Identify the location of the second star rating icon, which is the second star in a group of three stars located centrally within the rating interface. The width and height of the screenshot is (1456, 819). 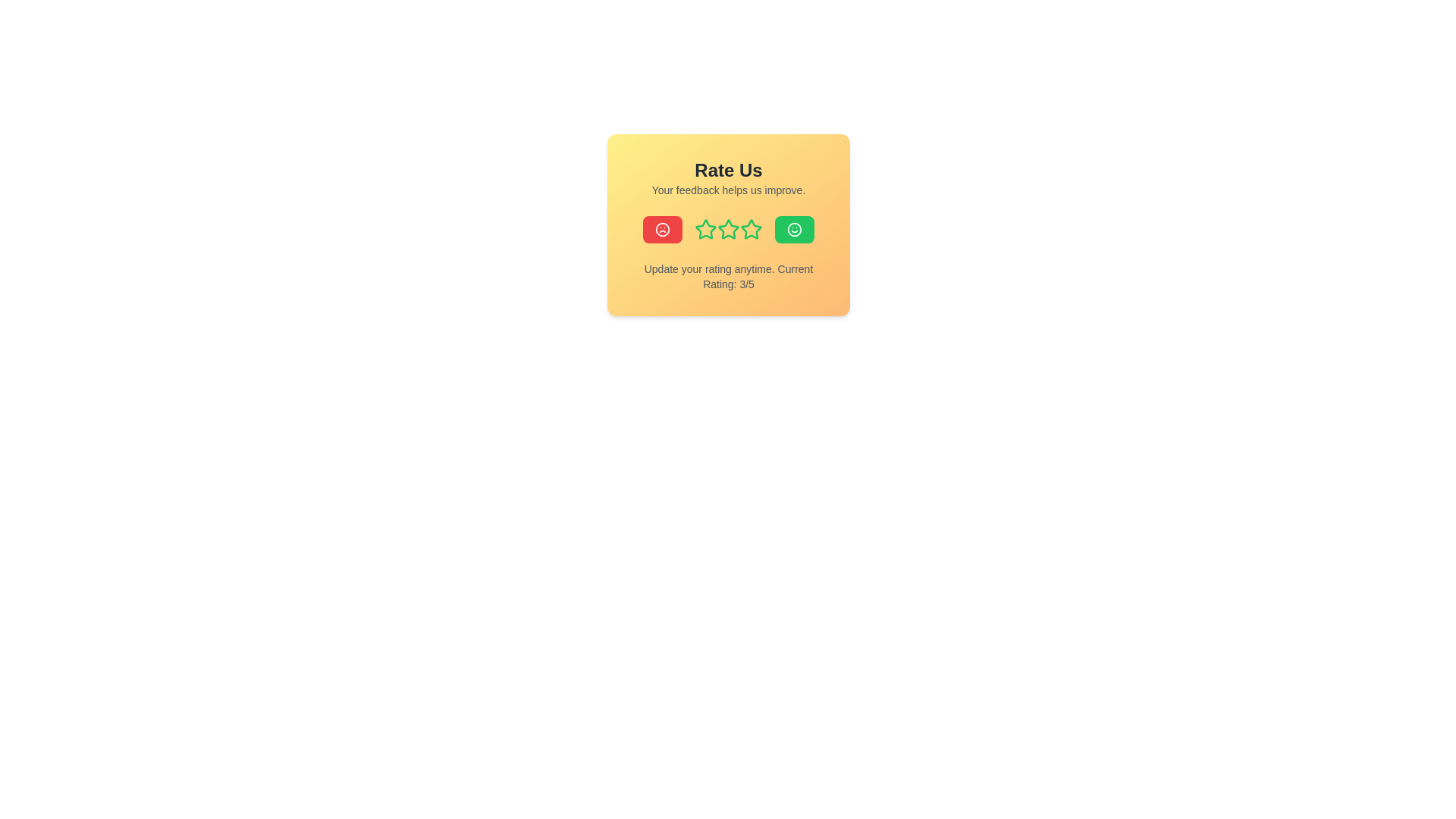
(728, 230).